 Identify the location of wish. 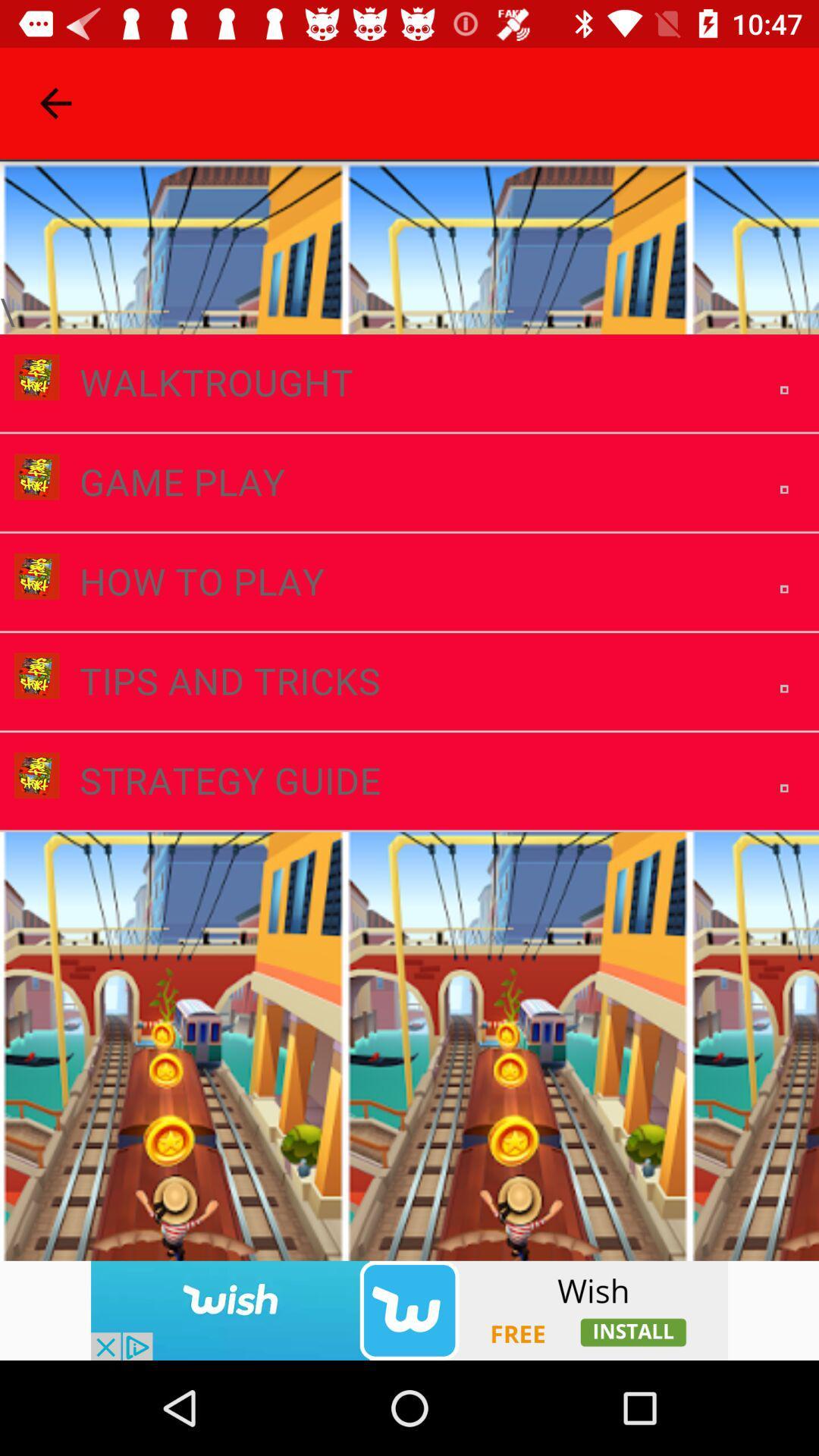
(409, 1310).